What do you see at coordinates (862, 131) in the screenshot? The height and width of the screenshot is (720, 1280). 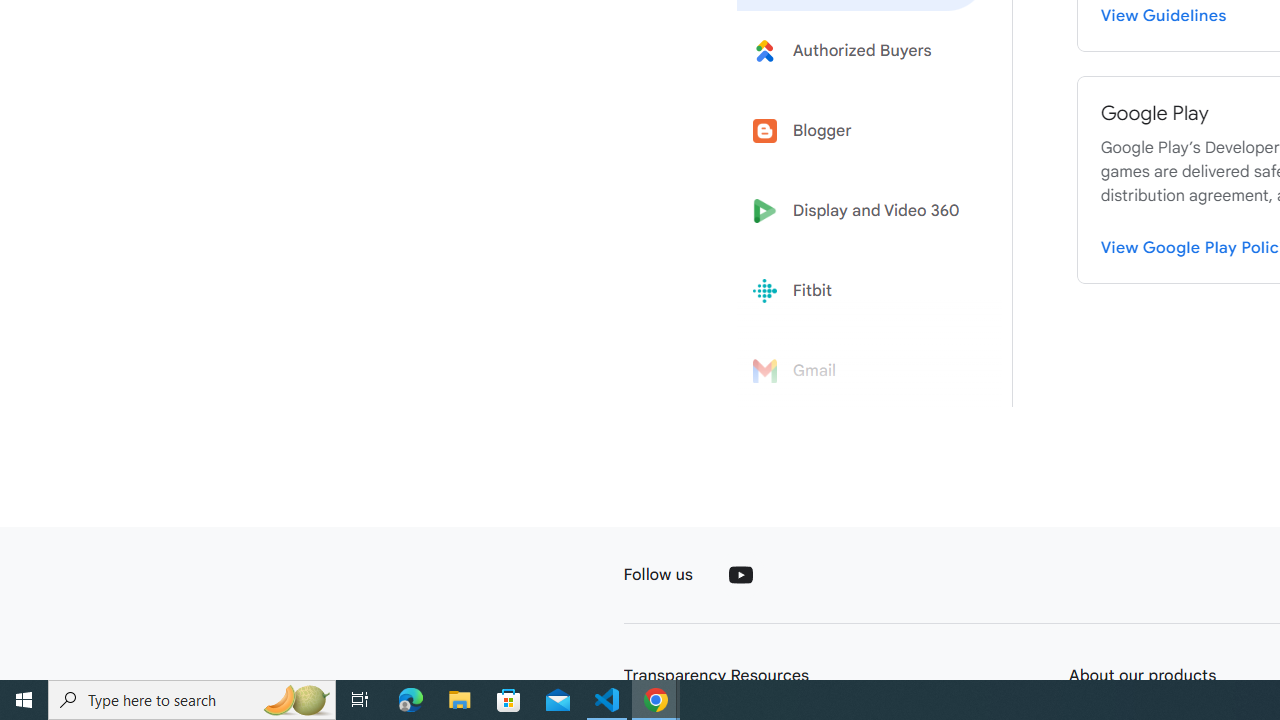 I see `'Blogger'` at bounding box center [862, 131].